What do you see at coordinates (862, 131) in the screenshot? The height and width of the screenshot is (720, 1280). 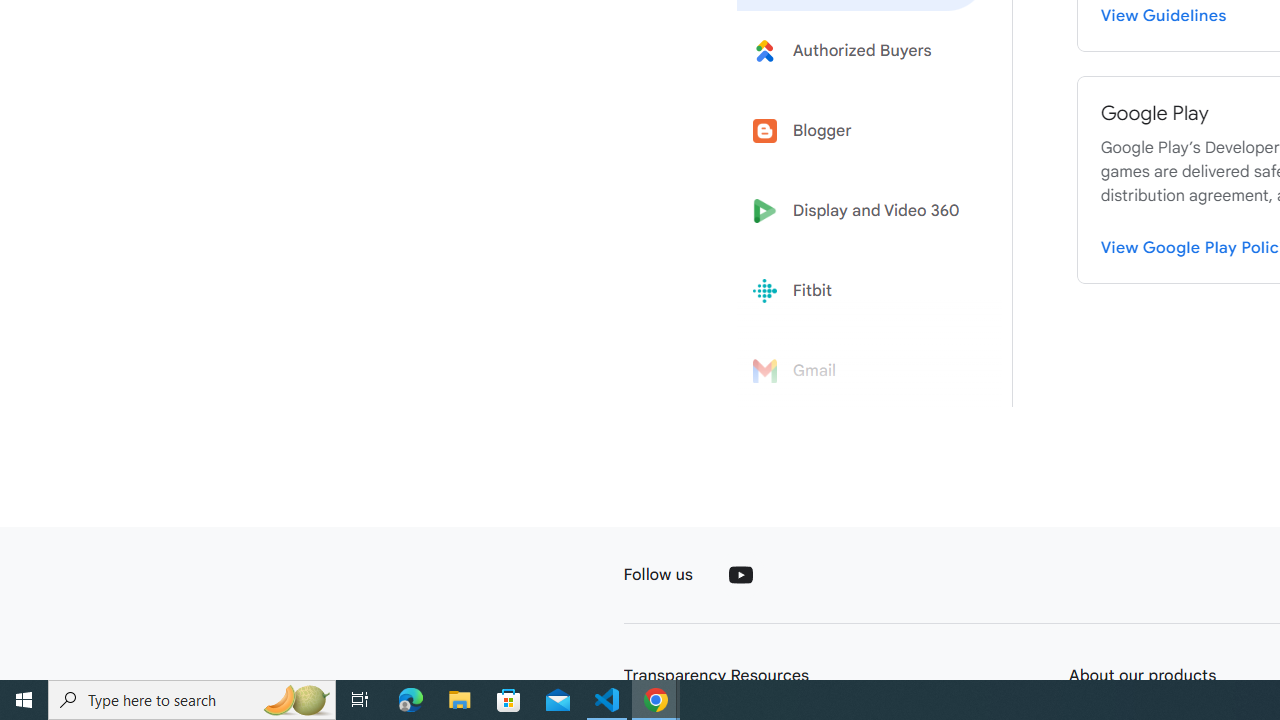 I see `'Blogger'` at bounding box center [862, 131].